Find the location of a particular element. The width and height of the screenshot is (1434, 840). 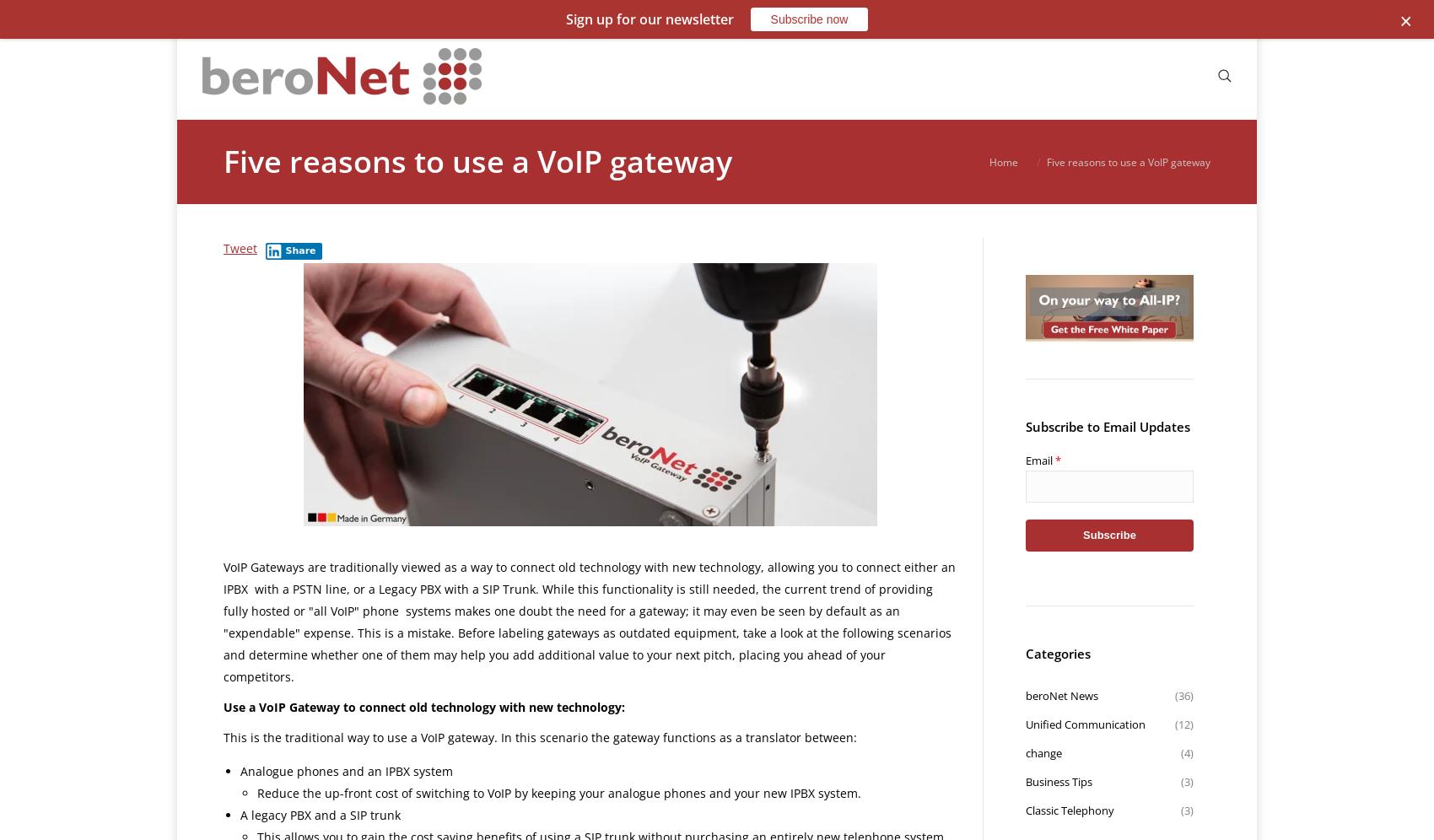

'Analogue phones and' is located at coordinates (303, 771).